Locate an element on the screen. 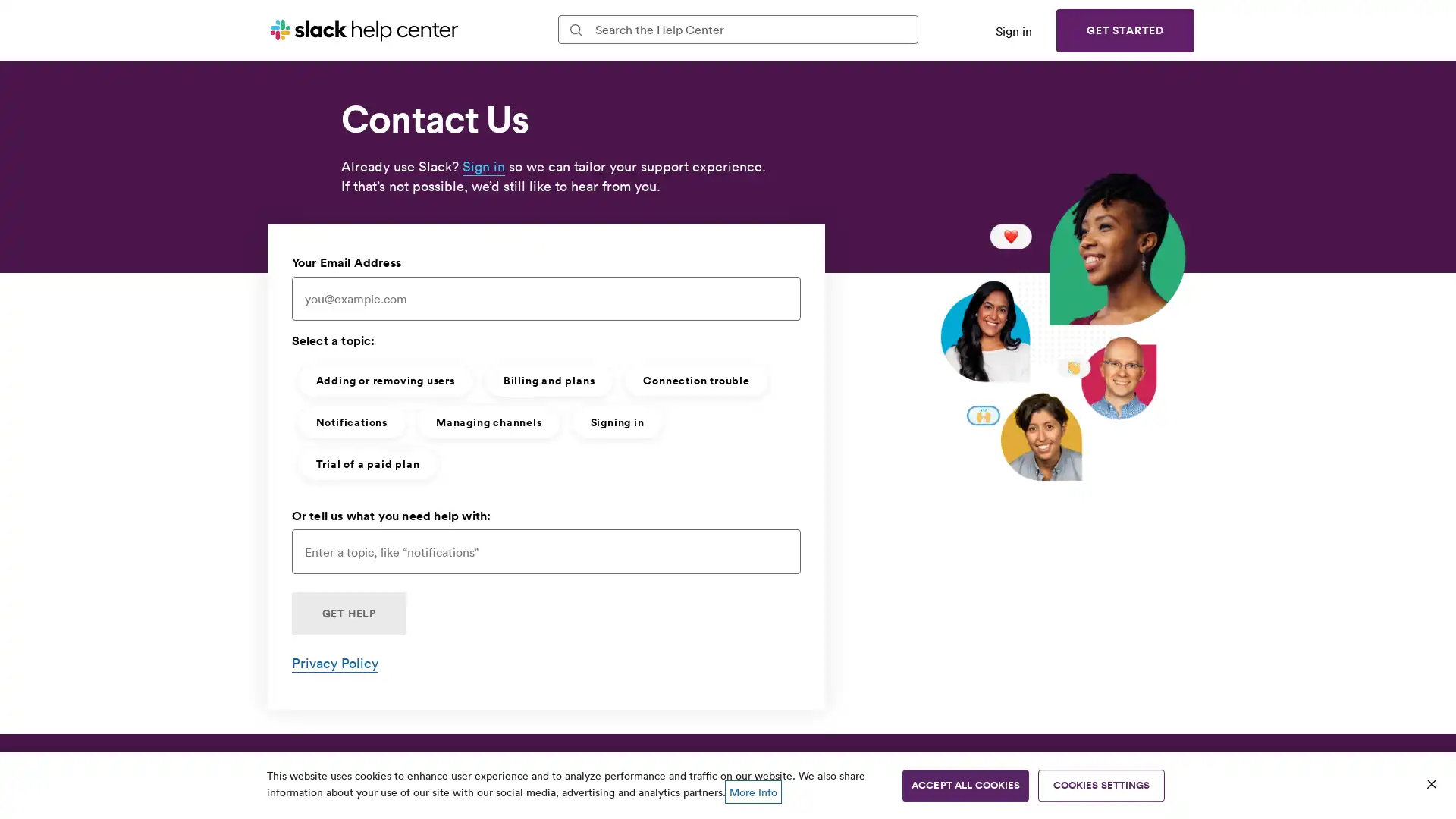 The image size is (1456, 819). Trial of a paid plan is located at coordinates (367, 462).